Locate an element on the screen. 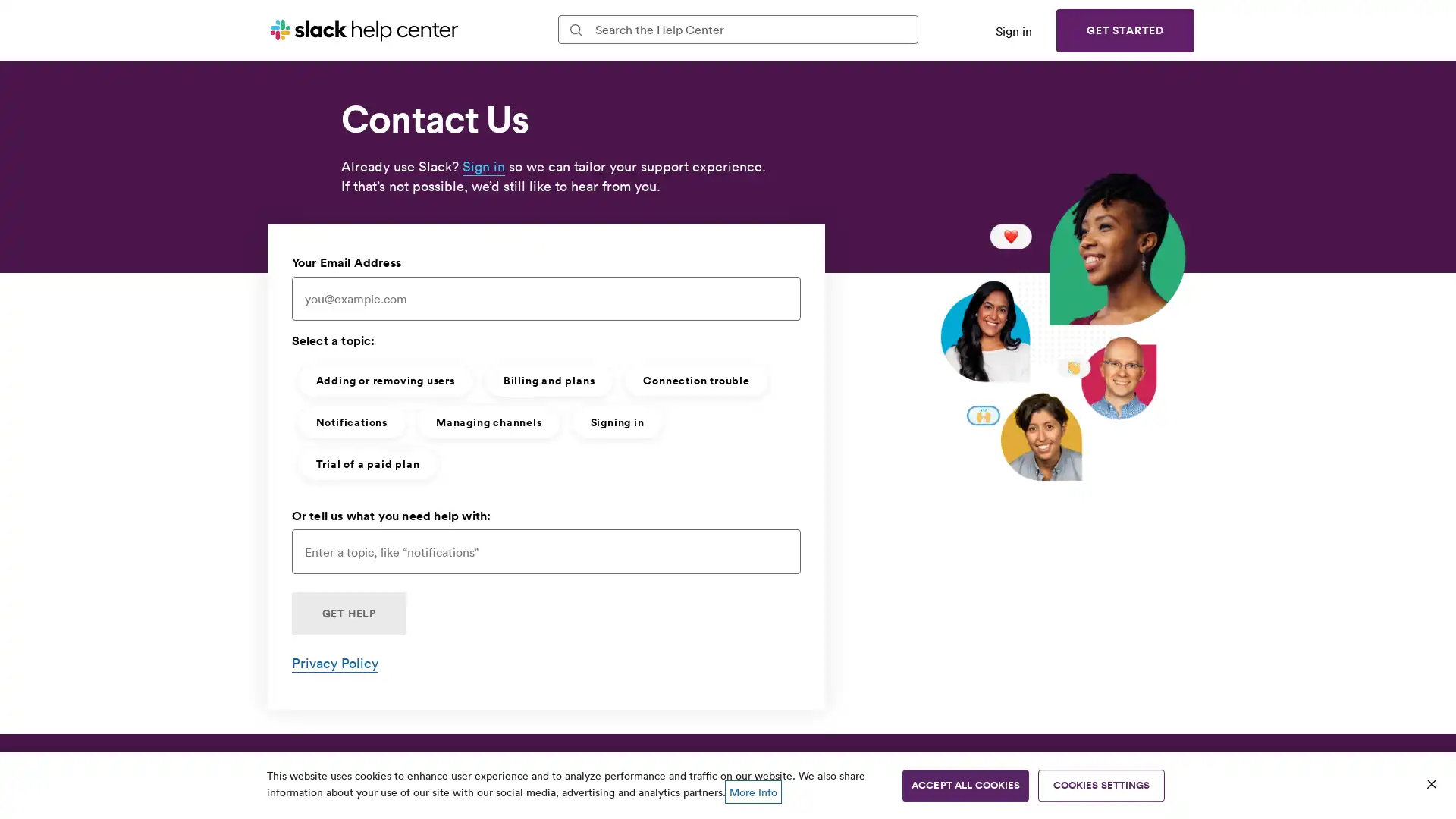 The image size is (1456, 819). Trial of a paid plan is located at coordinates (367, 462).